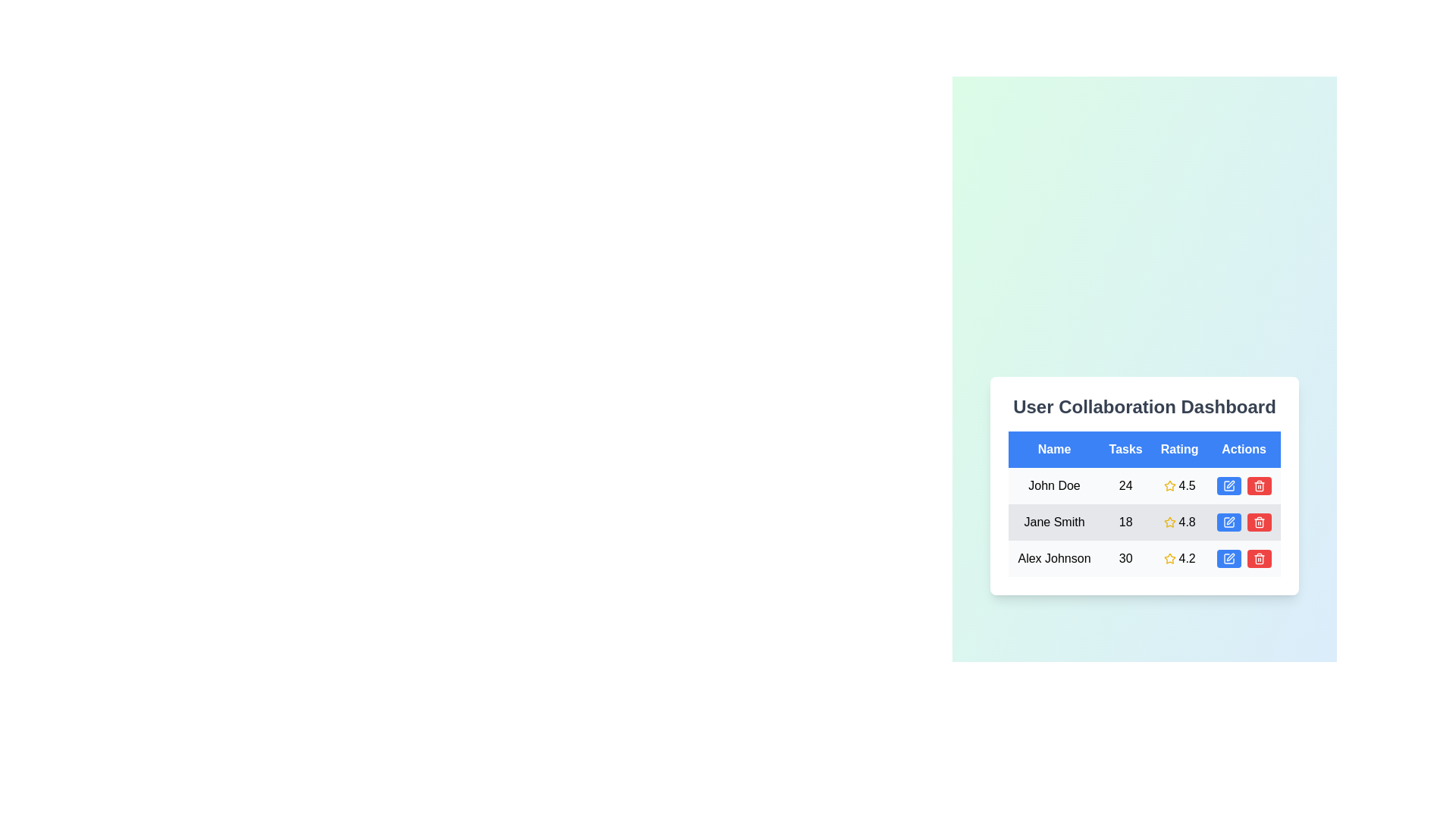  Describe the element at coordinates (1144, 449) in the screenshot. I see `the Table Header Row which spans horizontally at the top of the data table, providing labels for the columns` at that location.